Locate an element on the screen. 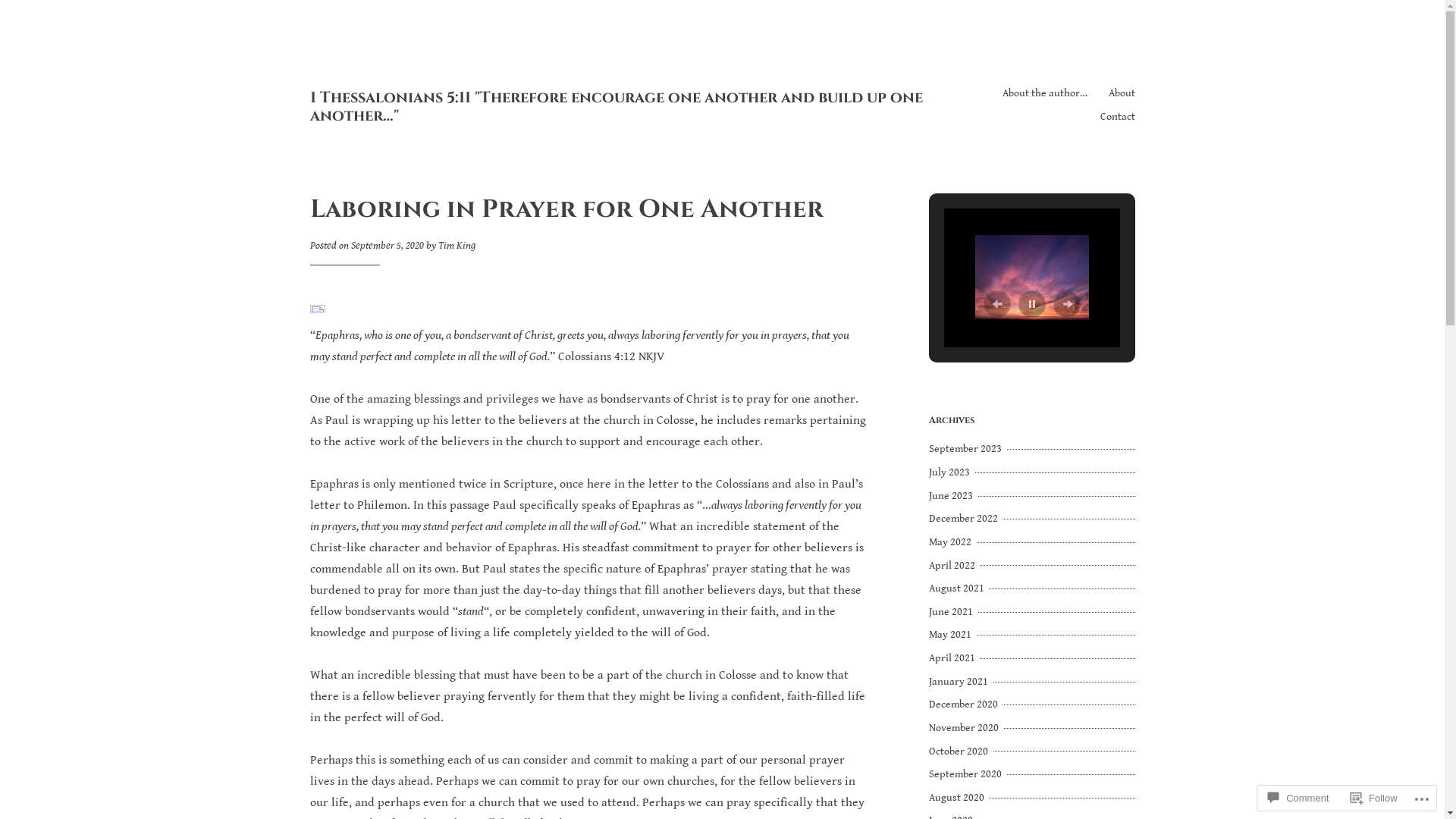  'August 2021' is located at coordinates (927, 587).